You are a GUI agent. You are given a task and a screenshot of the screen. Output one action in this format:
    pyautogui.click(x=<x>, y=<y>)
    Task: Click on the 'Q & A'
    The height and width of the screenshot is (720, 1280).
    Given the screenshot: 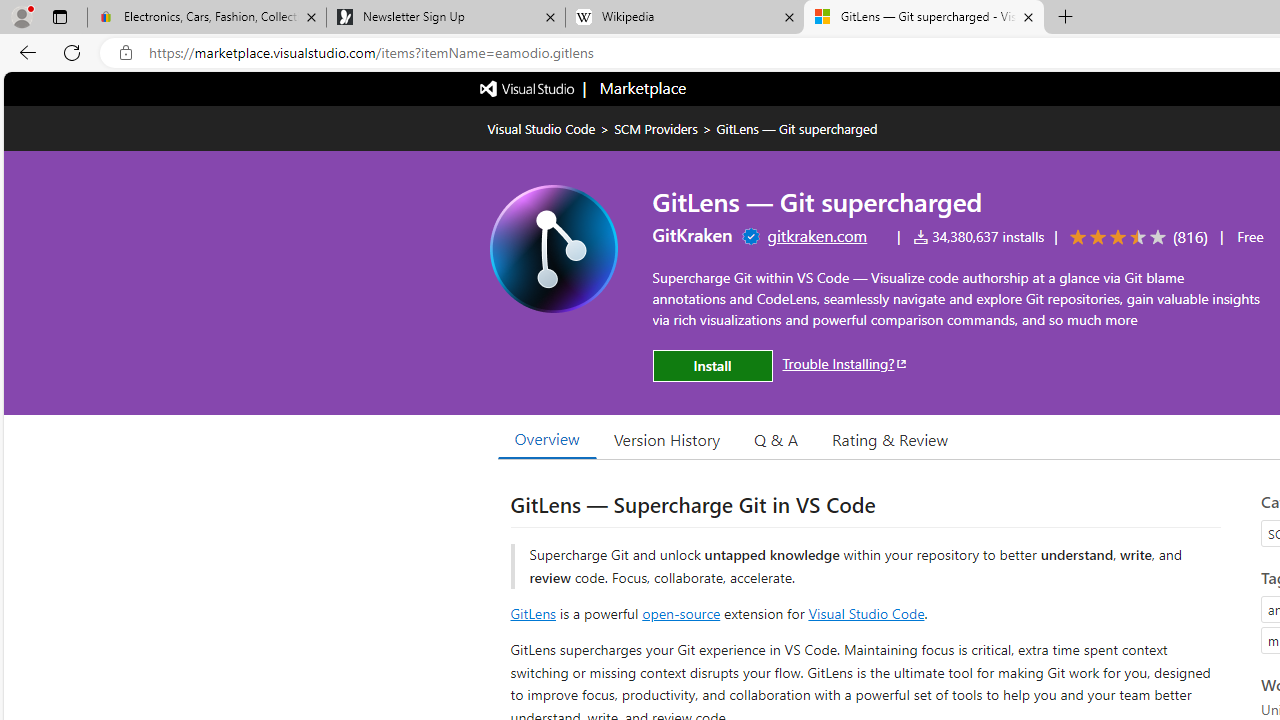 What is the action you would take?
    pyautogui.click(x=775, y=438)
    